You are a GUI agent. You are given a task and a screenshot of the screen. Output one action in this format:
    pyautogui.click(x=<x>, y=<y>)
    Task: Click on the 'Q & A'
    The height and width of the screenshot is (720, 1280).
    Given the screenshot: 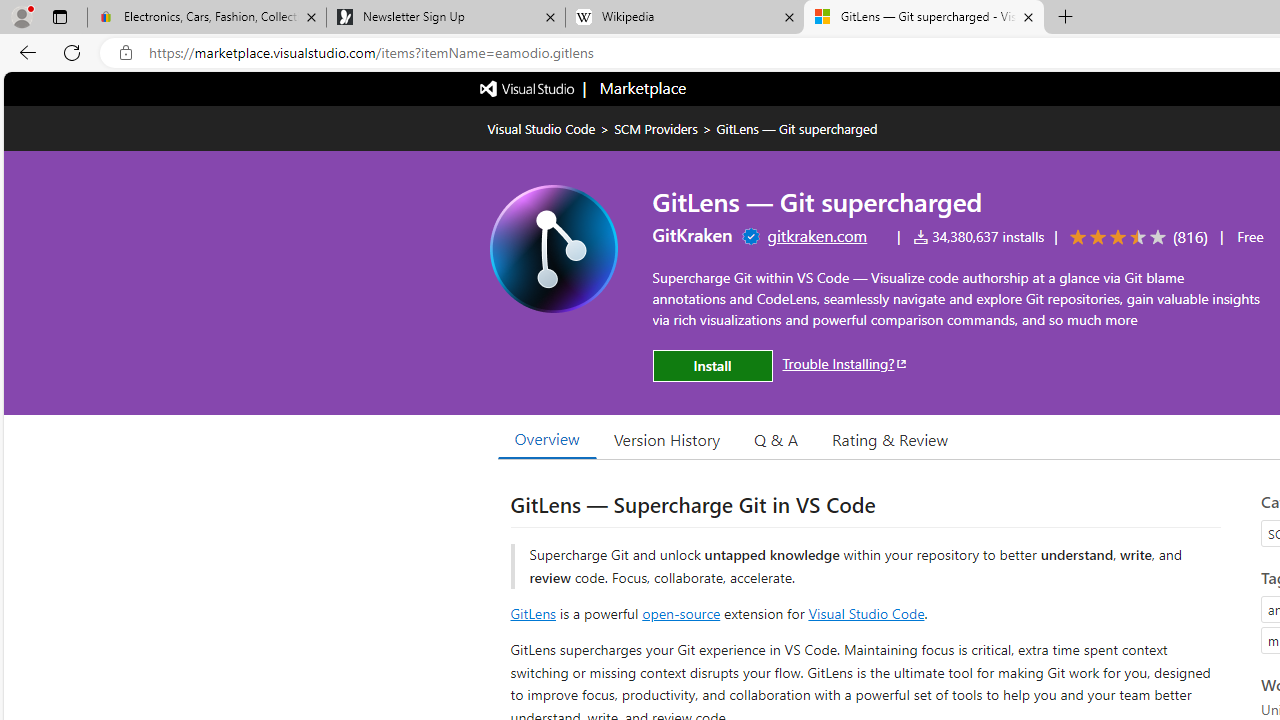 What is the action you would take?
    pyautogui.click(x=775, y=438)
    